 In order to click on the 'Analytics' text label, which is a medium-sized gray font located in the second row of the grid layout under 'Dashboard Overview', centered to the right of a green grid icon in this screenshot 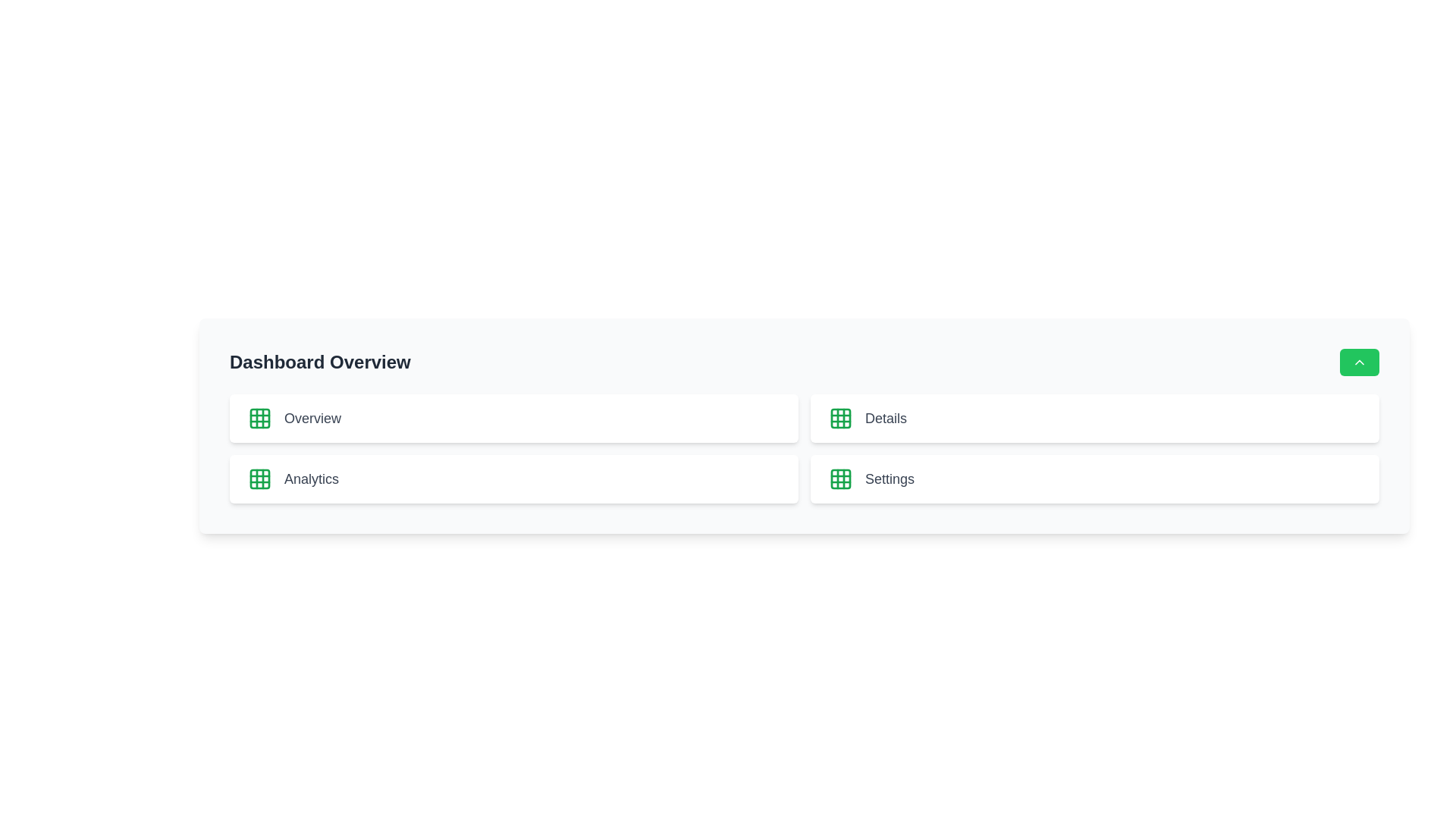, I will do `click(311, 479)`.